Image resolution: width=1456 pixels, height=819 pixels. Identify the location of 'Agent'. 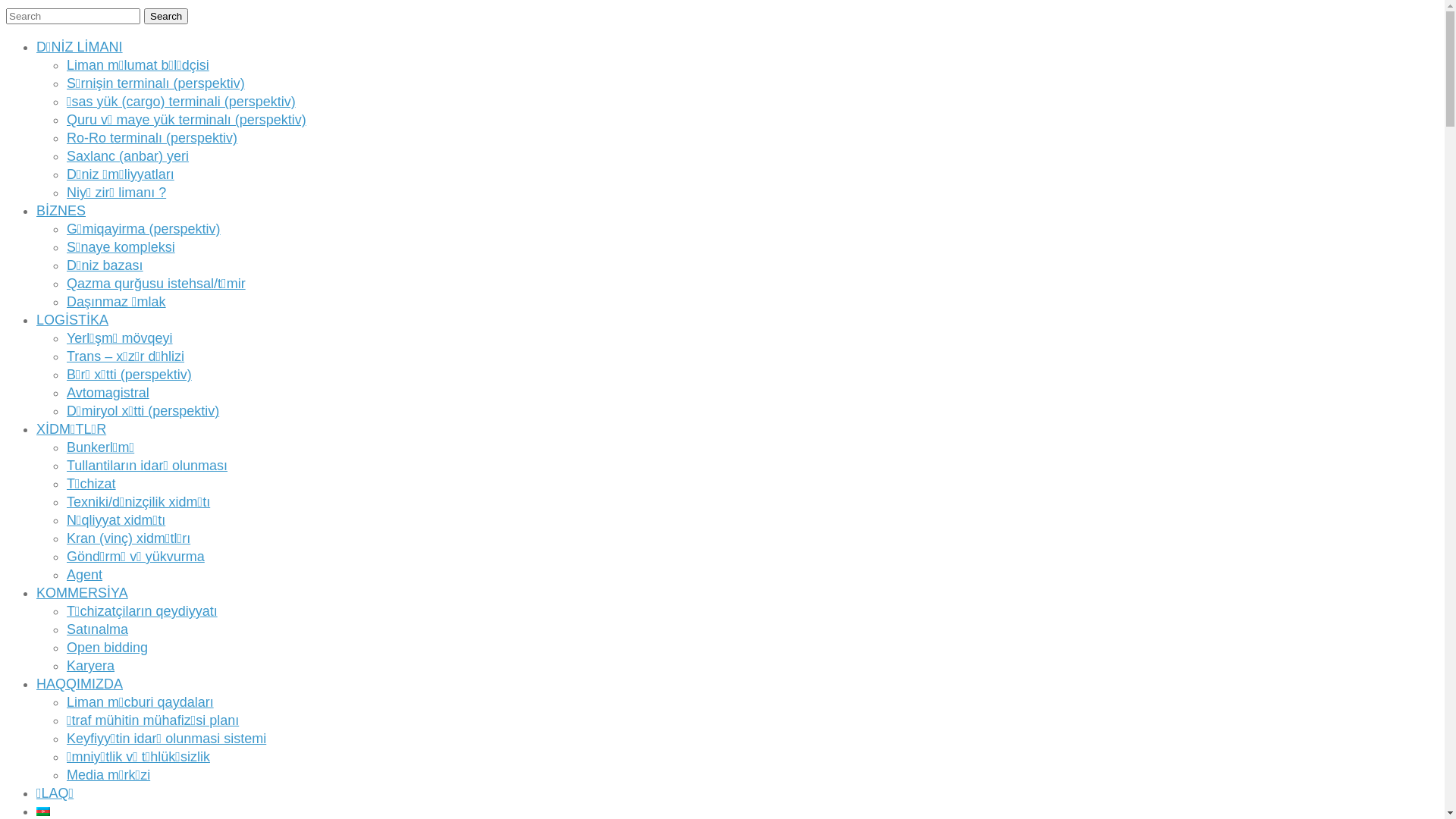
(83, 575).